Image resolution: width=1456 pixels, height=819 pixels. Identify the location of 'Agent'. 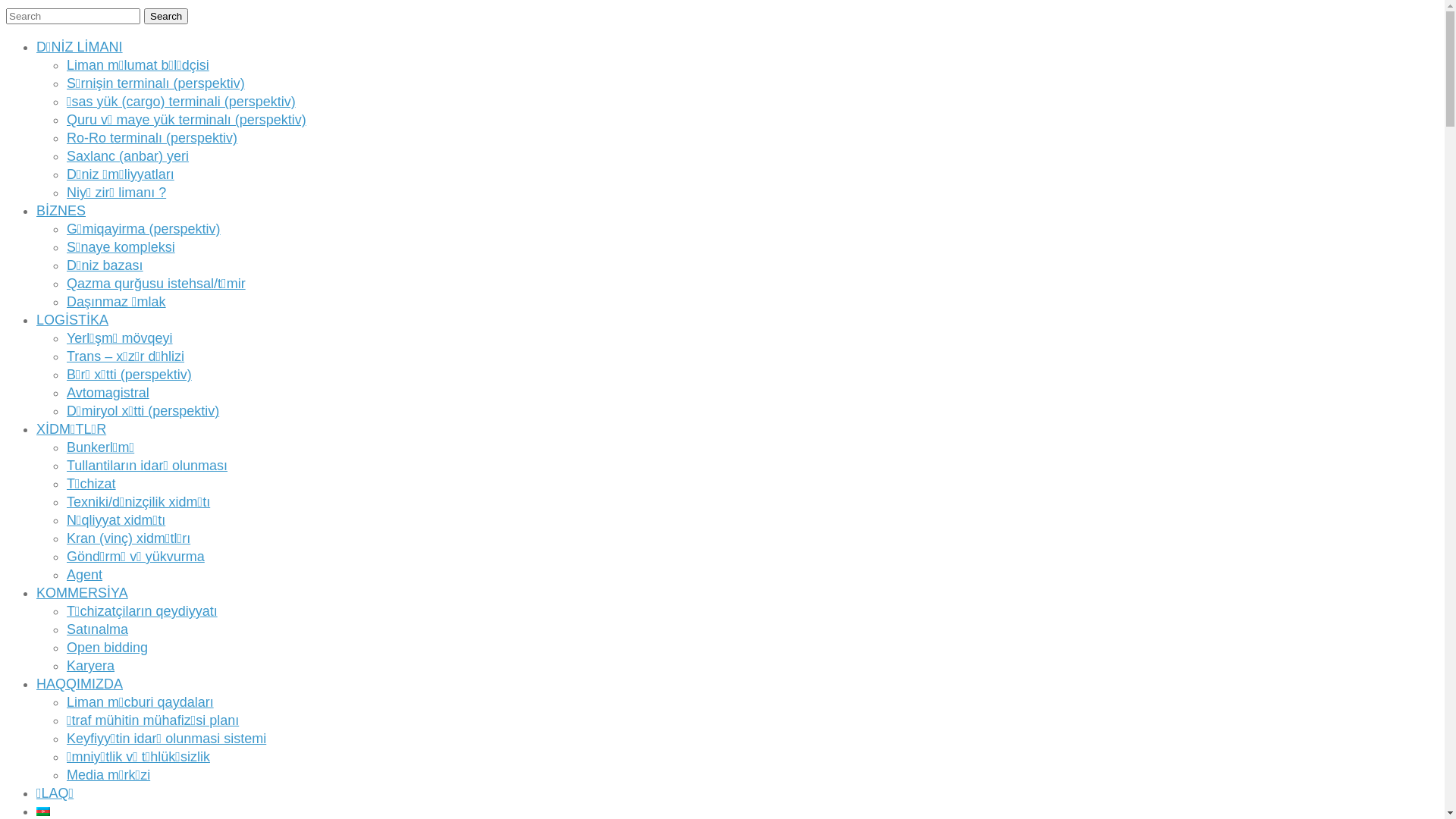
(83, 575).